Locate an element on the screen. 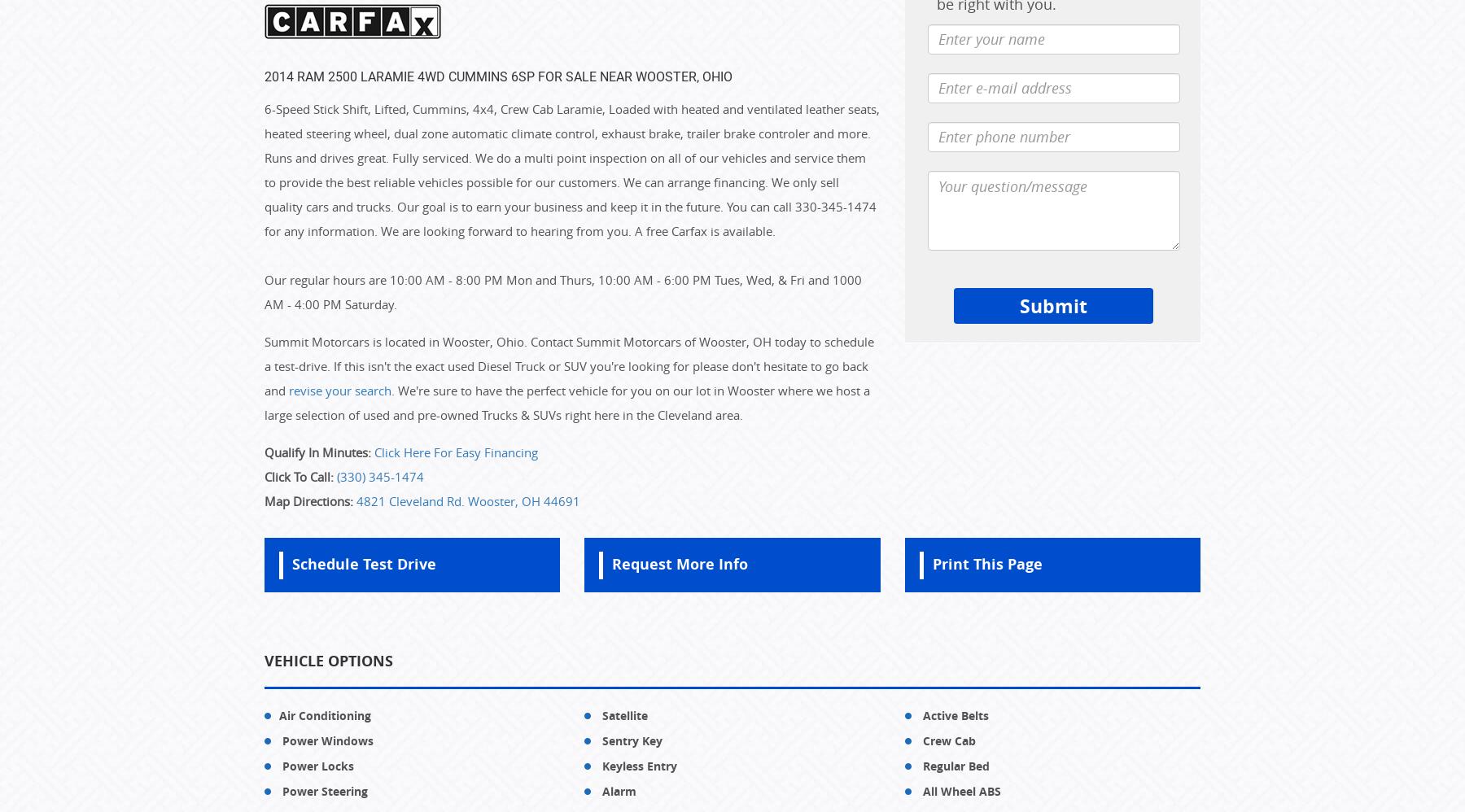  'Click To Call:' is located at coordinates (299, 476).